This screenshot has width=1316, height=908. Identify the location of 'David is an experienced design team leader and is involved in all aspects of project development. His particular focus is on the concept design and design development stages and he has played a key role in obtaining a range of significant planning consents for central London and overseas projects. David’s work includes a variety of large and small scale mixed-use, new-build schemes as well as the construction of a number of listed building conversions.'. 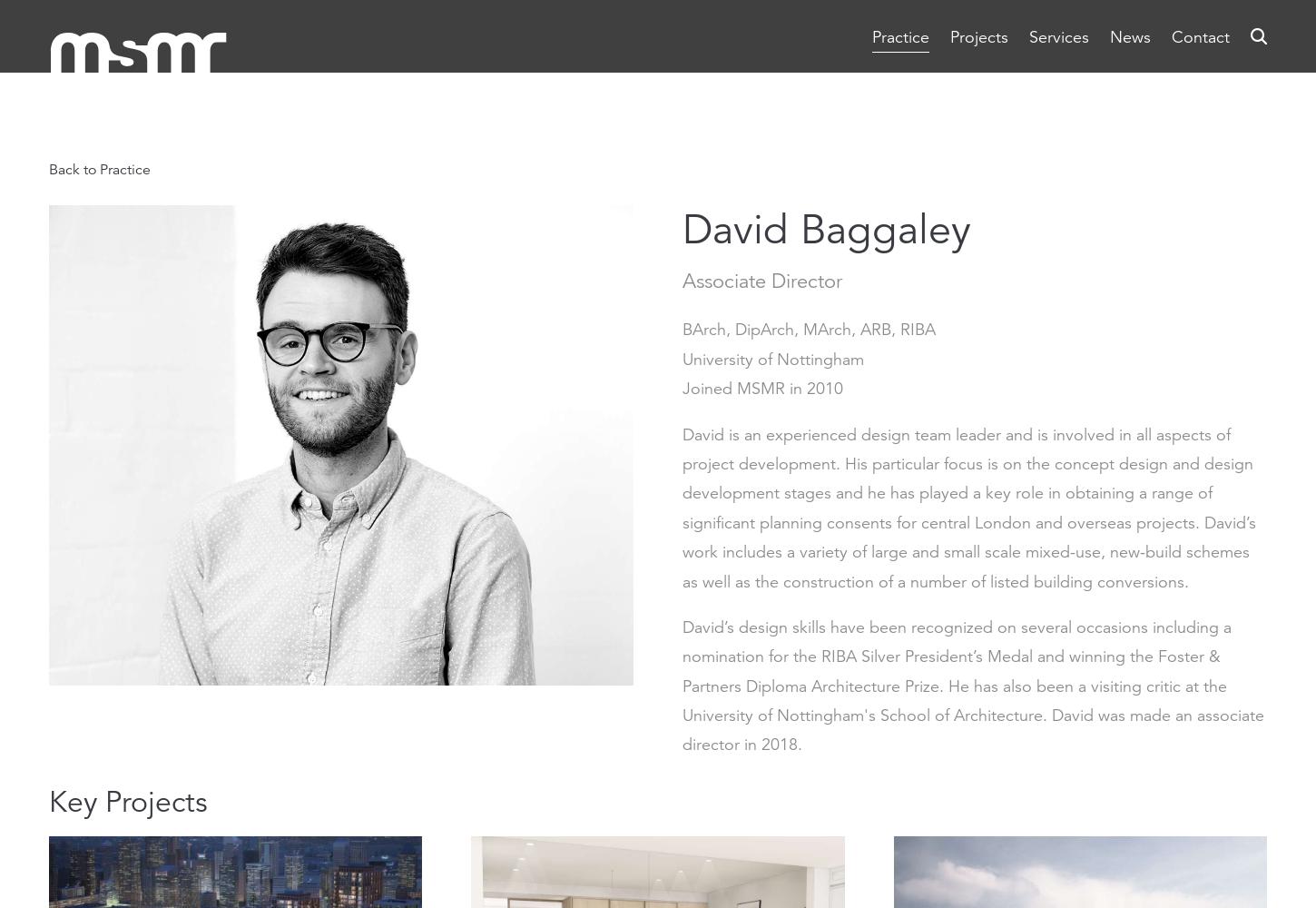
(969, 508).